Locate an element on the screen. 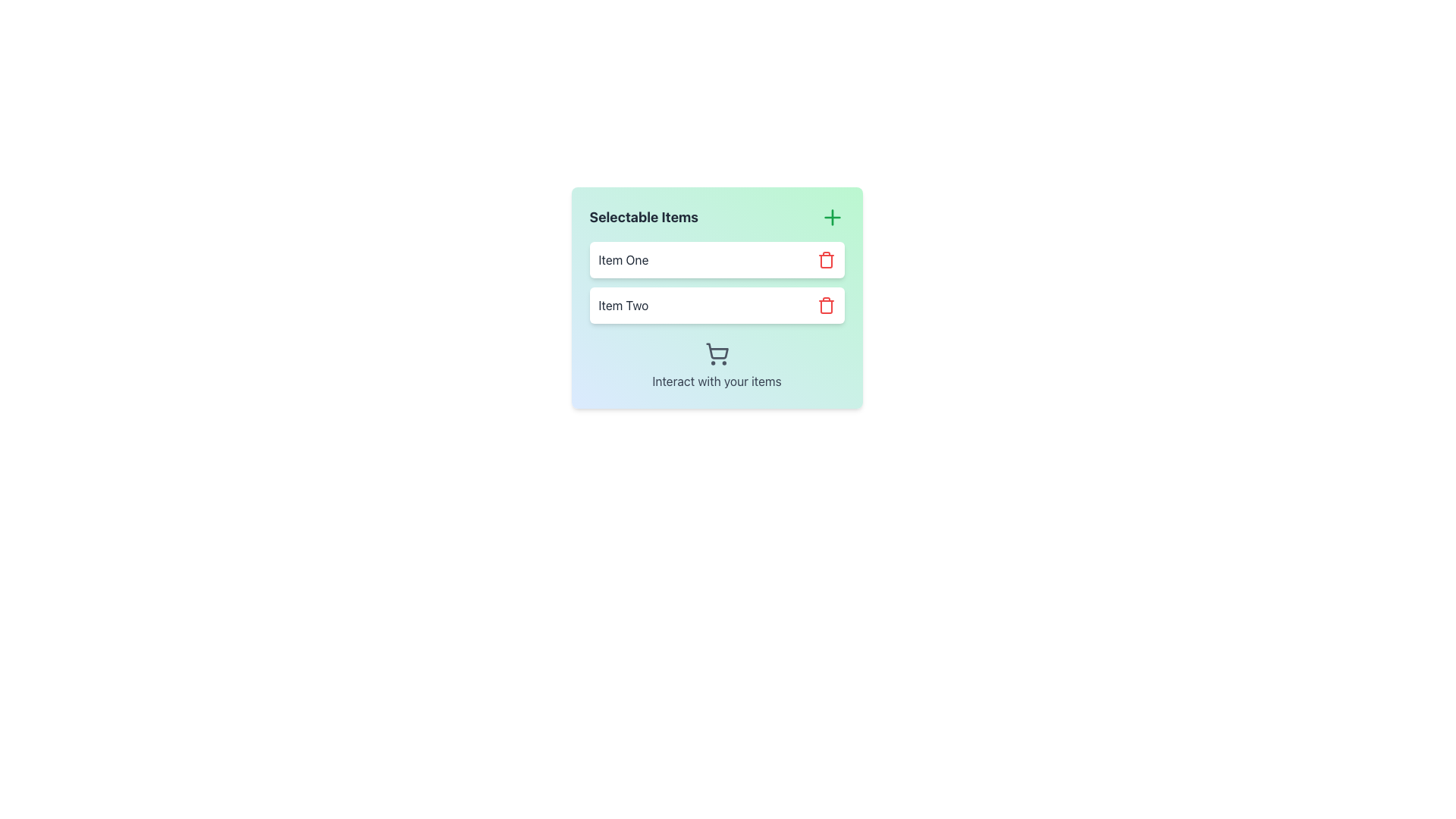 This screenshot has height=819, width=1456. the green plus-style icon button is located at coordinates (831, 217).